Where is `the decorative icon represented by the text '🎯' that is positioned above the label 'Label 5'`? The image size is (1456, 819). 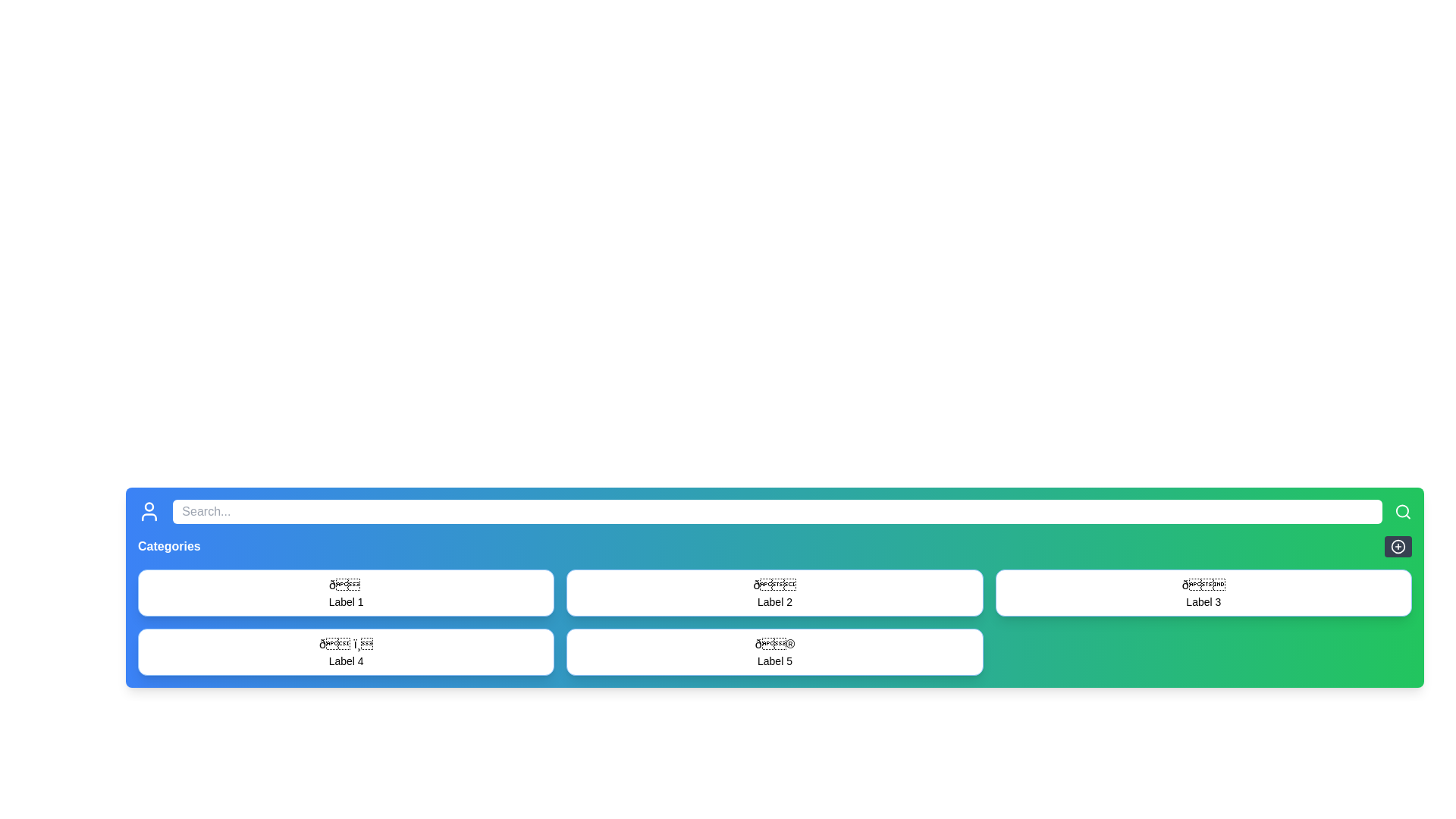 the decorative icon represented by the text '🎯' that is positioned above the label 'Label 5' is located at coordinates (775, 644).